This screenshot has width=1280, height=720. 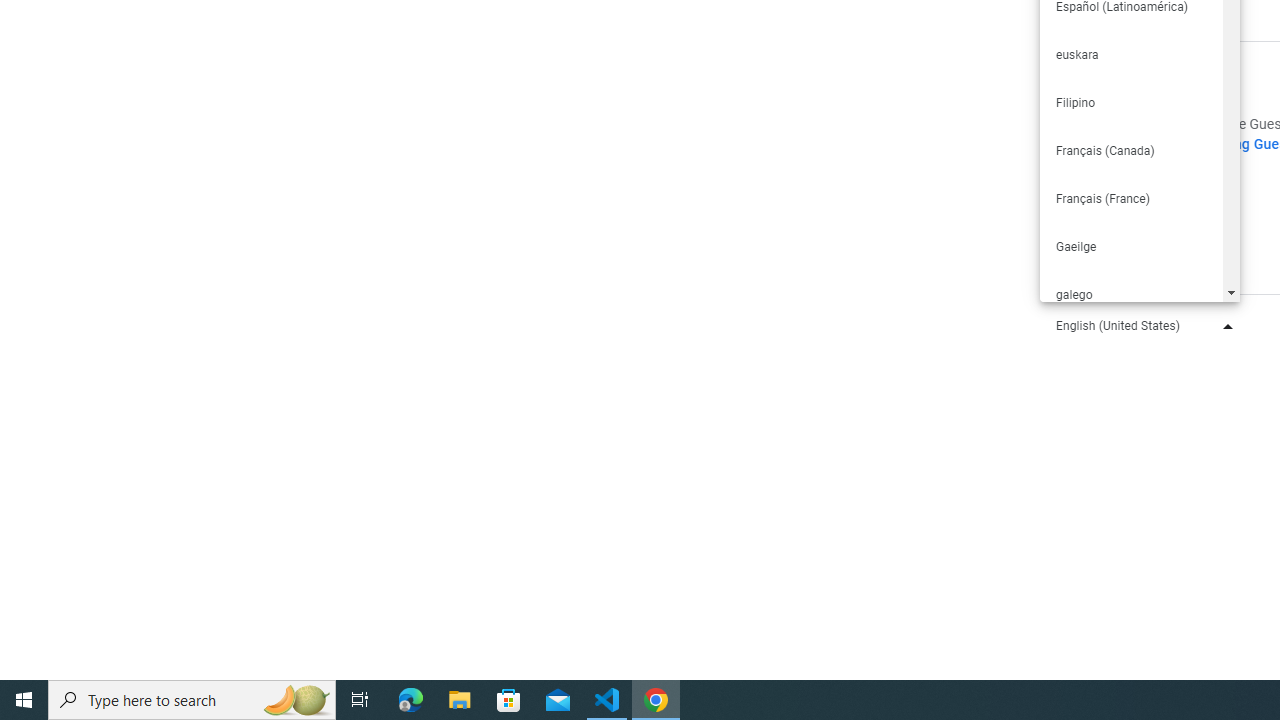 What do you see at coordinates (1130, 294) in the screenshot?
I see `'galego'` at bounding box center [1130, 294].